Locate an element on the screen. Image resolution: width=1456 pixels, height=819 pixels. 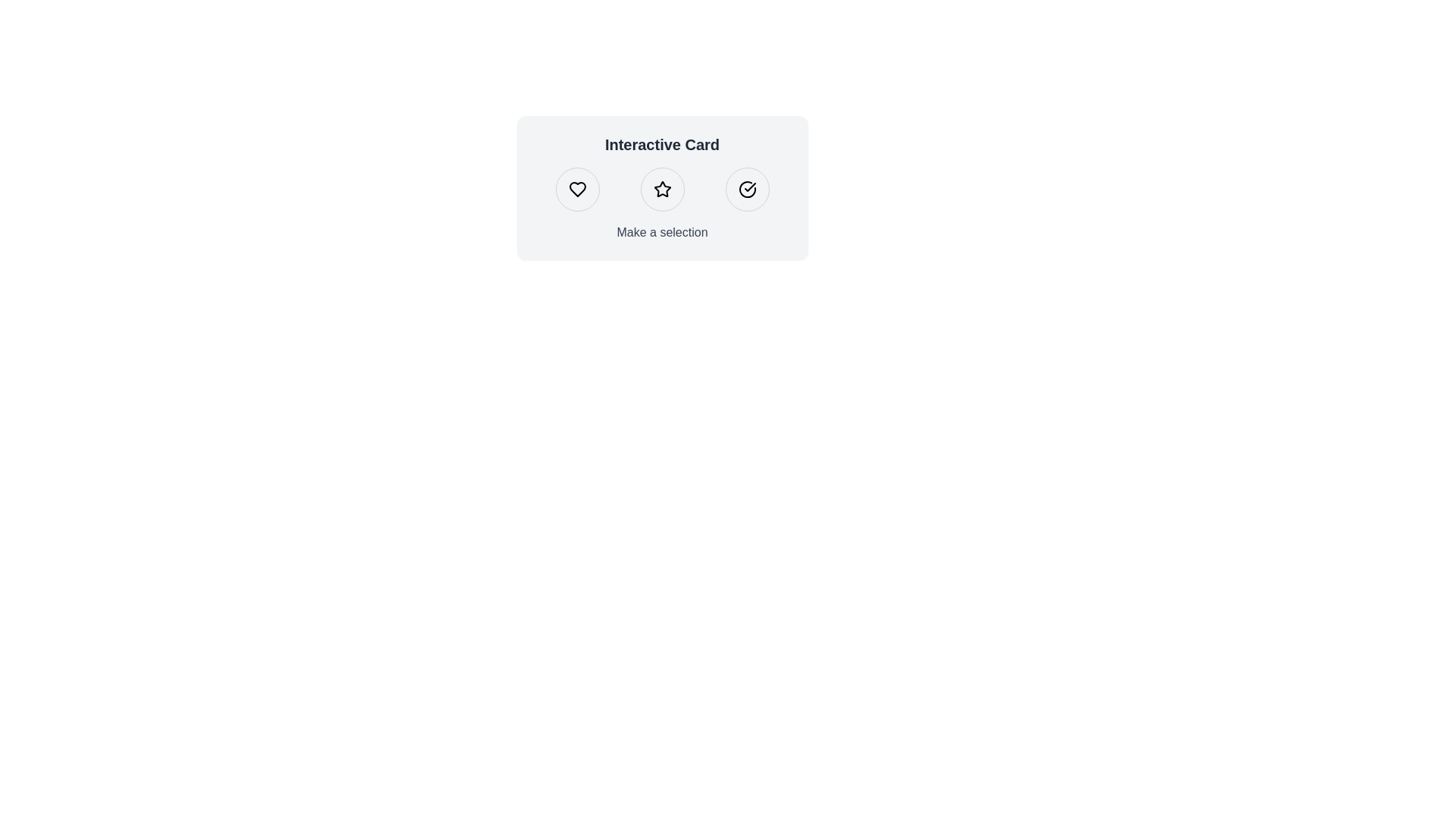
the circular button with a gray border containing a checkmark icon to confirm the action is located at coordinates (747, 189).